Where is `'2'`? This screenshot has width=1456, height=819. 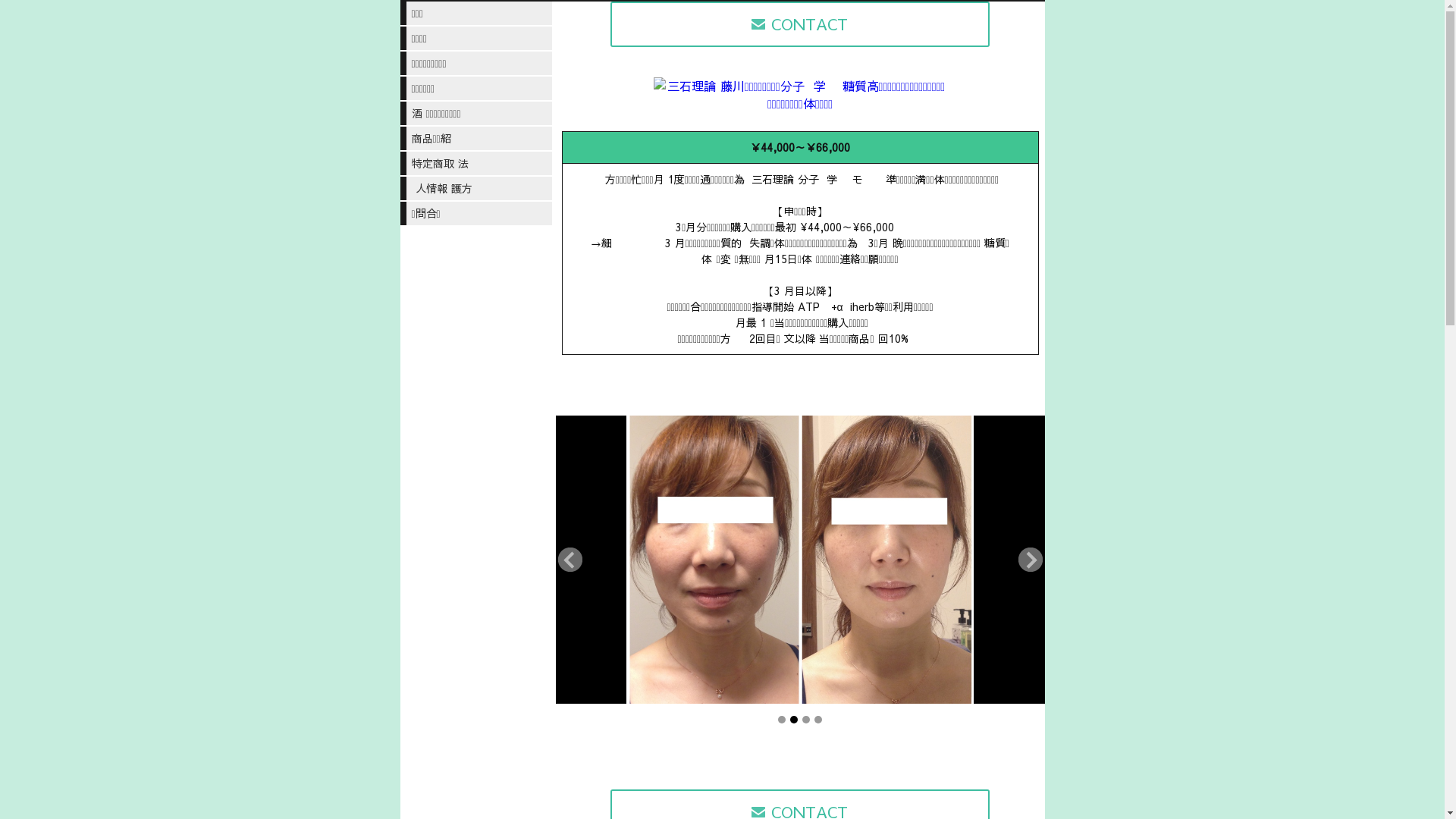
'2' is located at coordinates (789, 718).